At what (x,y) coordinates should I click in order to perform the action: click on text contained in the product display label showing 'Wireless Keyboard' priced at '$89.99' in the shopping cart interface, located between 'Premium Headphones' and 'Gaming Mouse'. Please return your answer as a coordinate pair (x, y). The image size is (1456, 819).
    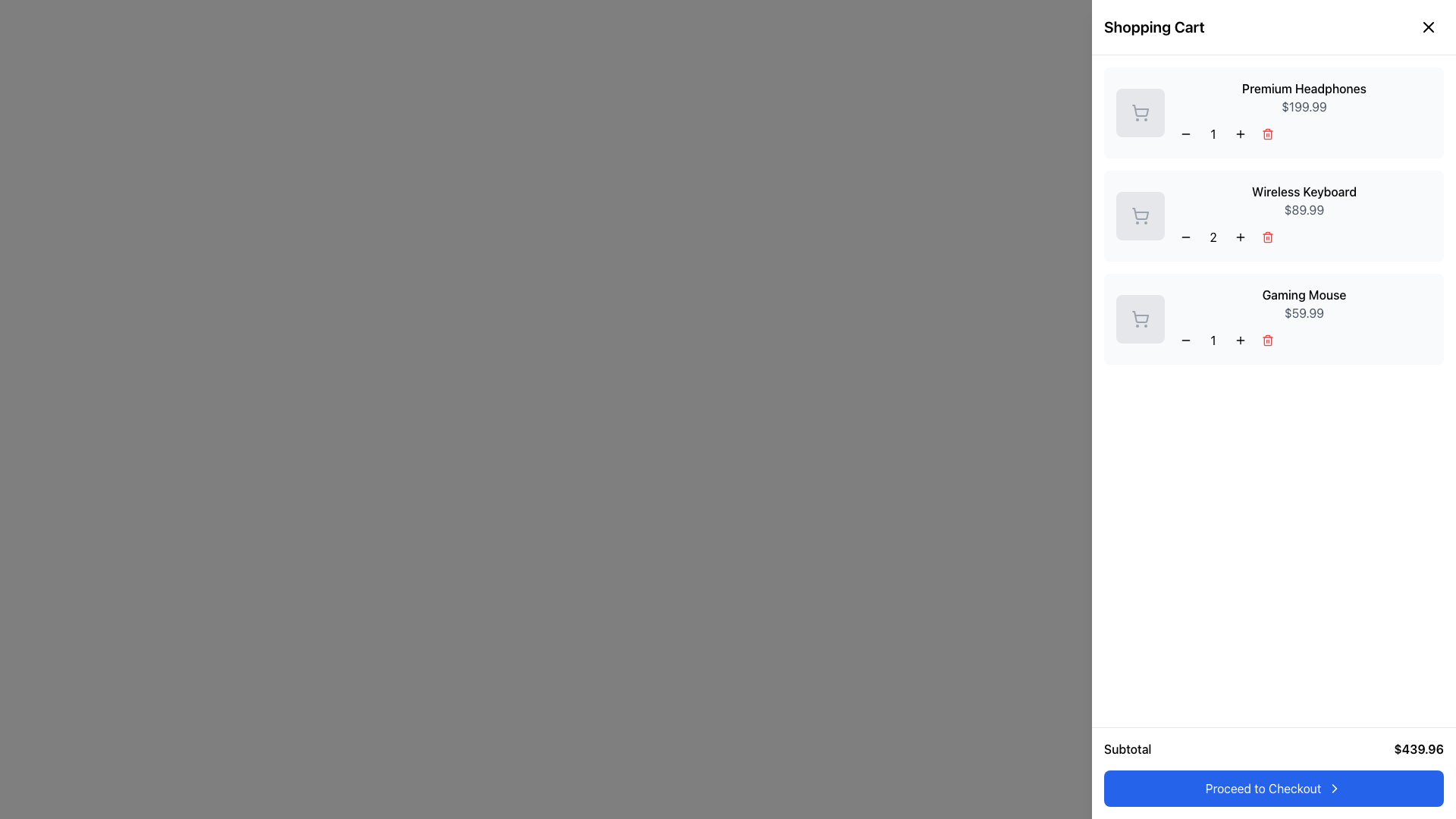
    Looking at the image, I should click on (1303, 216).